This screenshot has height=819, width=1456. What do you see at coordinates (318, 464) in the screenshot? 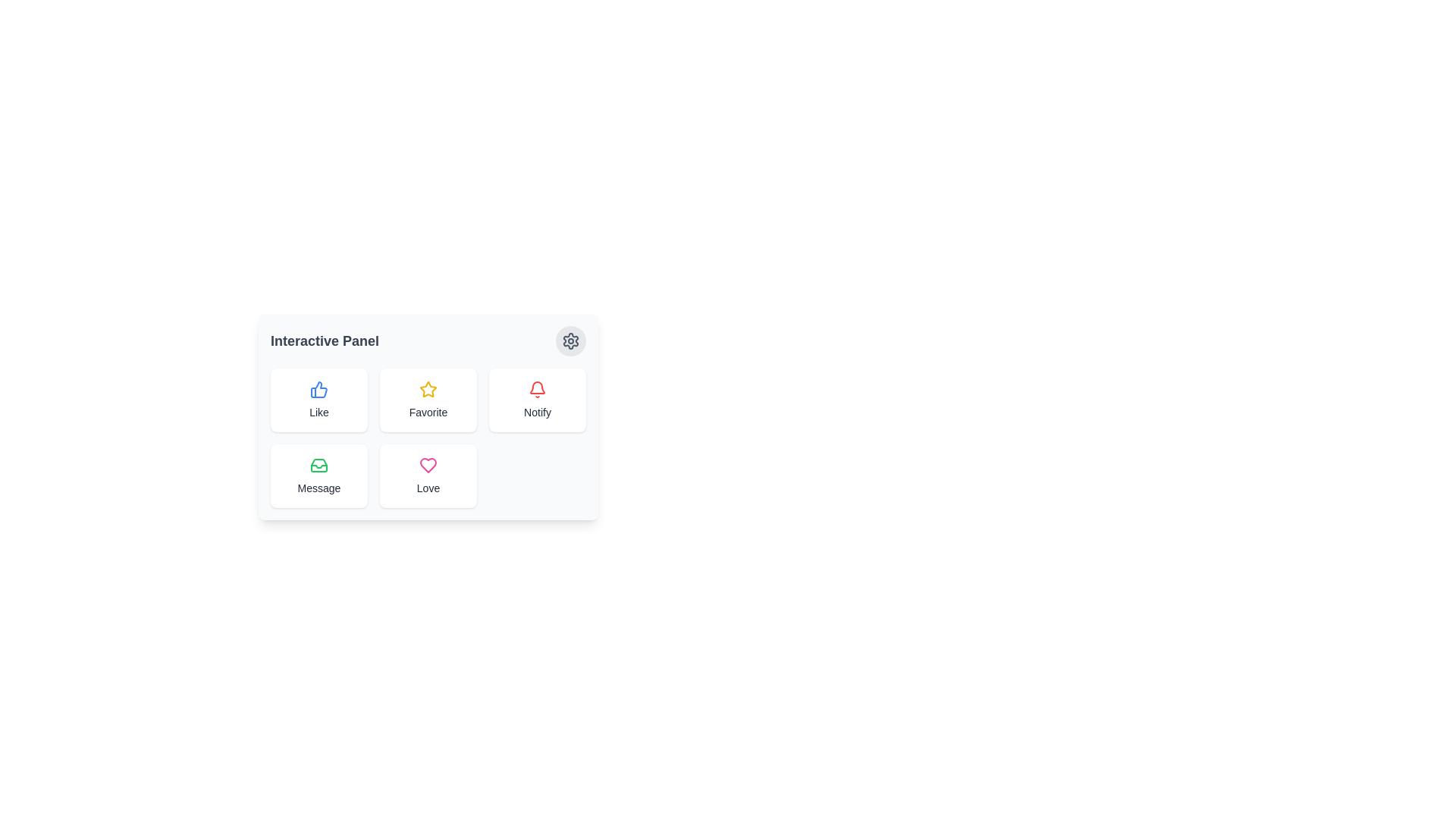
I see `the communication icon located on the left of the second row in the 2x3 grid of the Interactive Panel` at bounding box center [318, 464].